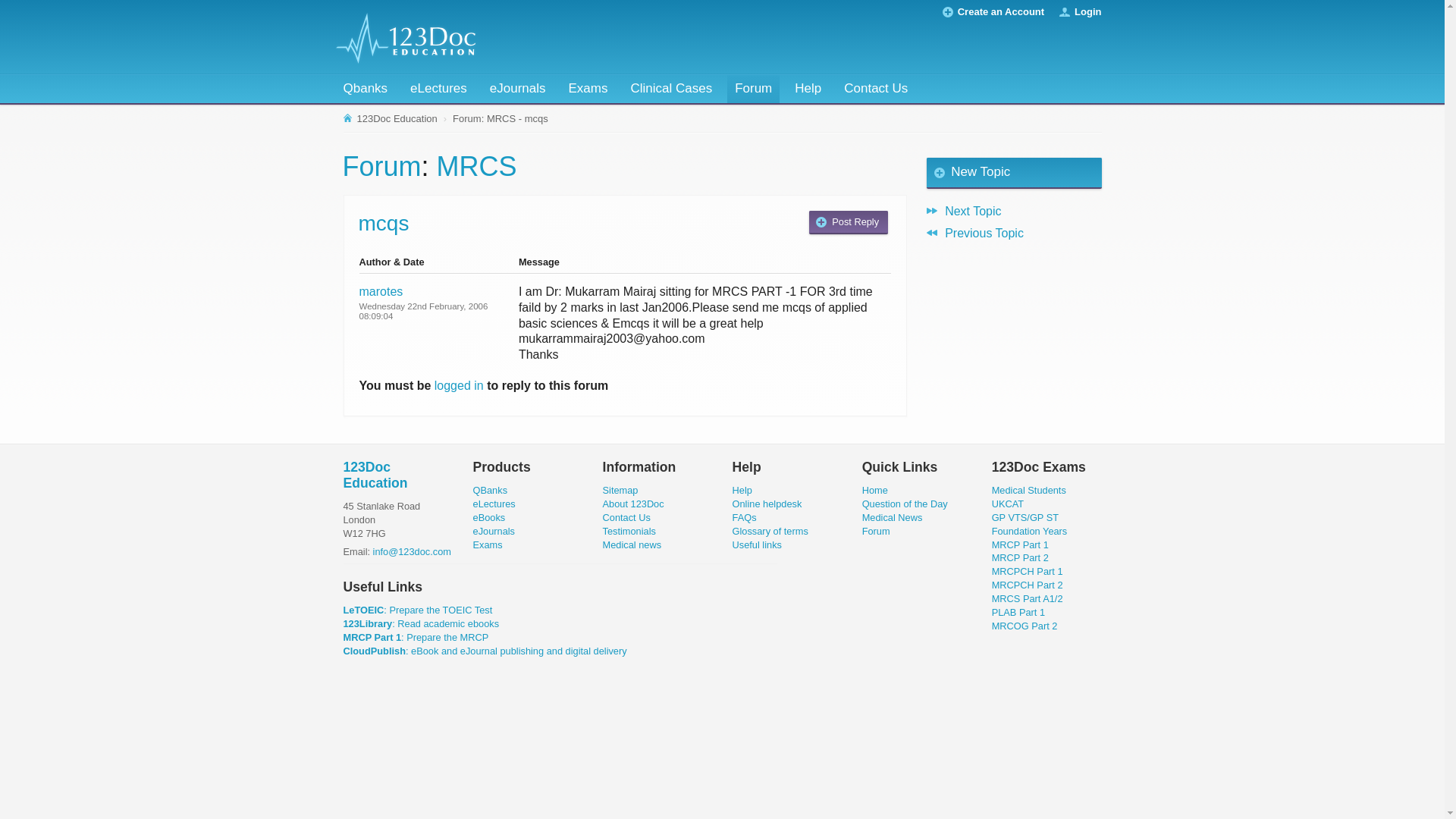  Describe the element at coordinates (742, 490) in the screenshot. I see `'Help'` at that location.